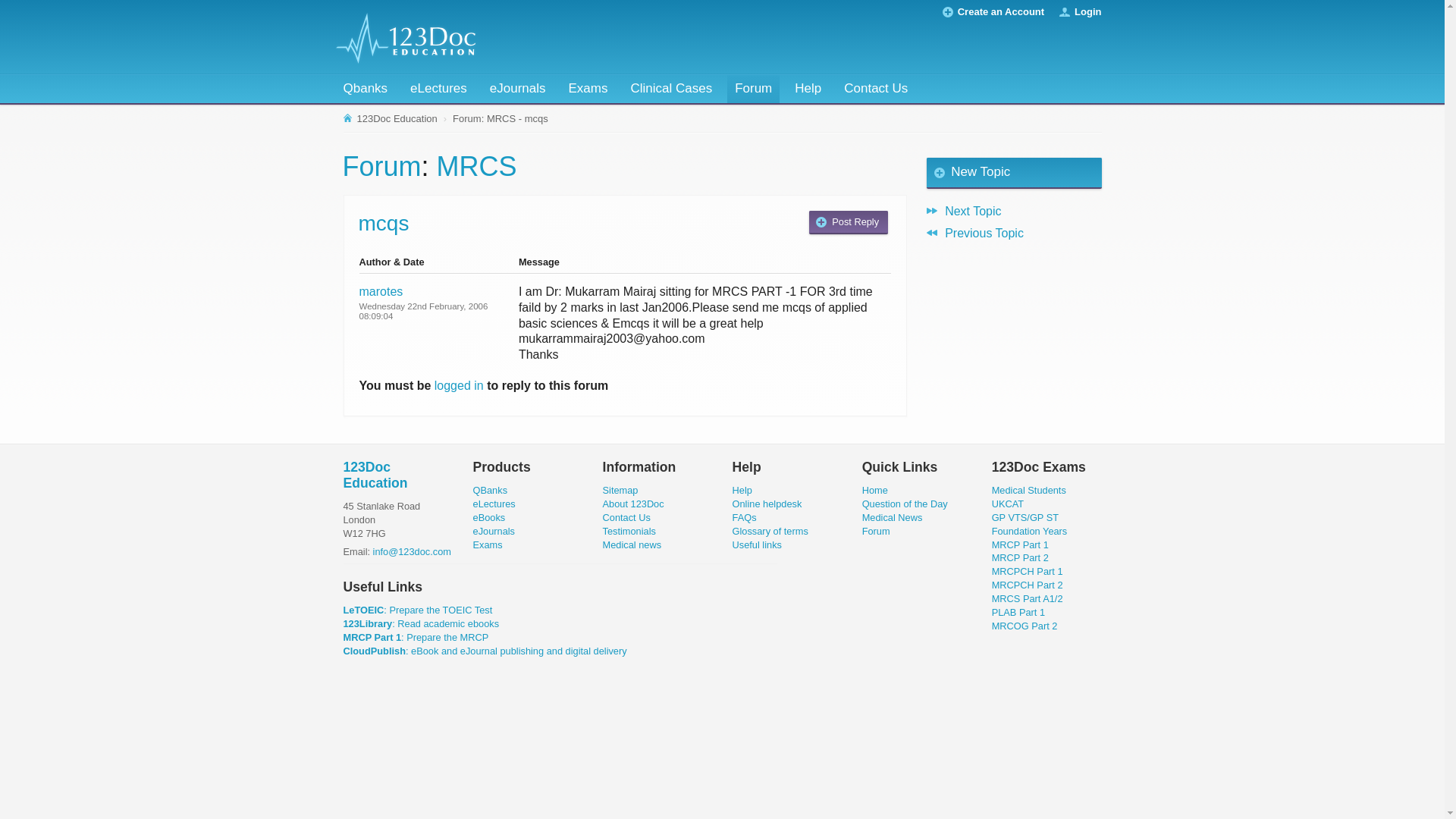  Describe the element at coordinates (742, 490) in the screenshot. I see `'Help'` at that location.